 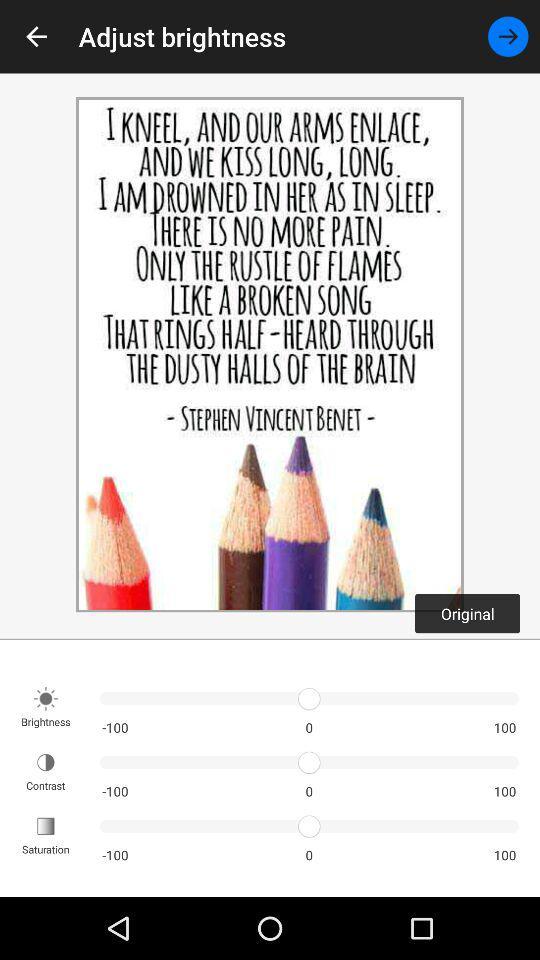 I want to click on item to the right of the adjust brightness, so click(x=508, y=35).